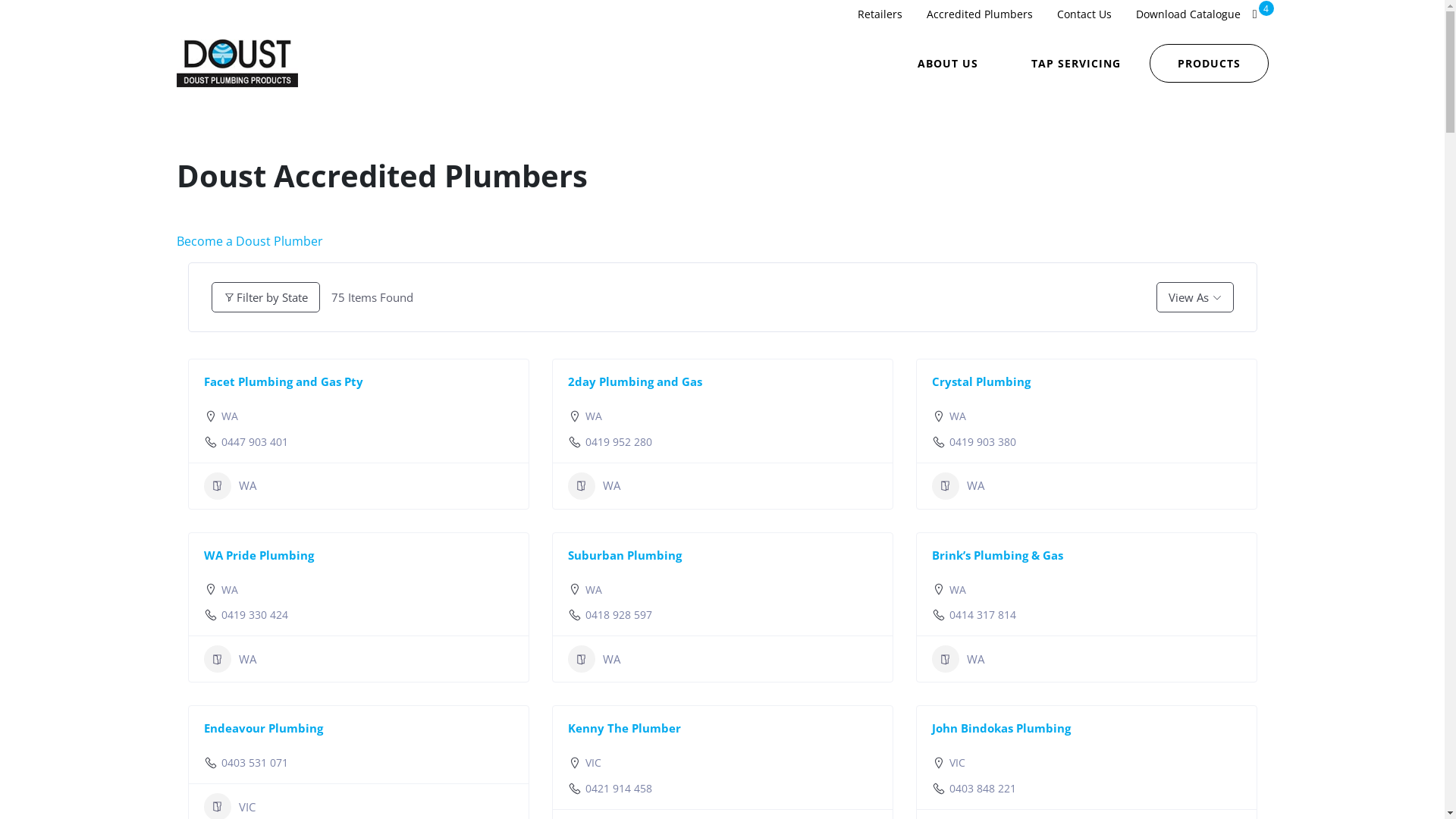  Describe the element at coordinates (983, 441) in the screenshot. I see `'0419 903 380'` at that location.